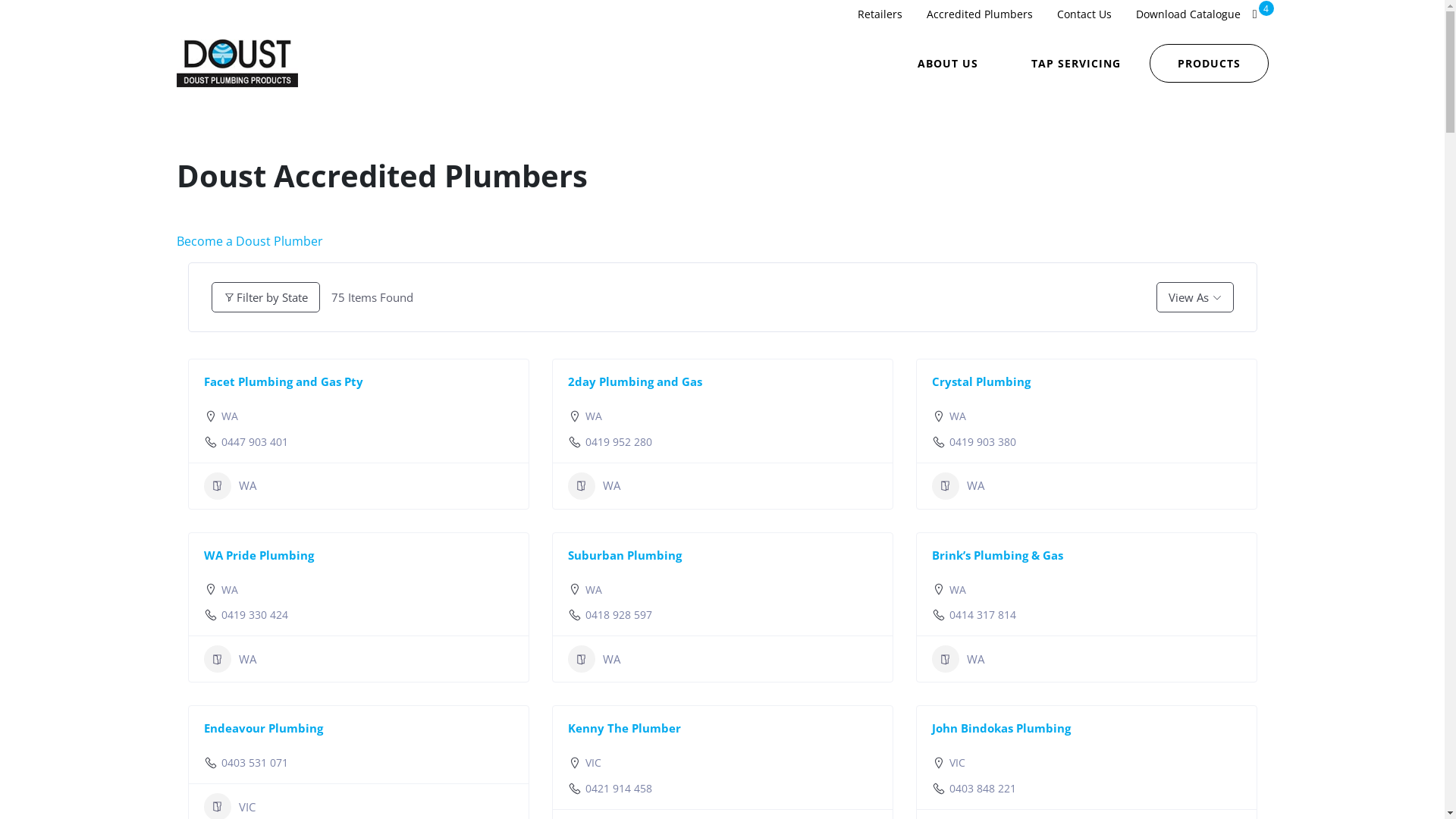  Describe the element at coordinates (983, 441) in the screenshot. I see `'0419 903 380'` at that location.